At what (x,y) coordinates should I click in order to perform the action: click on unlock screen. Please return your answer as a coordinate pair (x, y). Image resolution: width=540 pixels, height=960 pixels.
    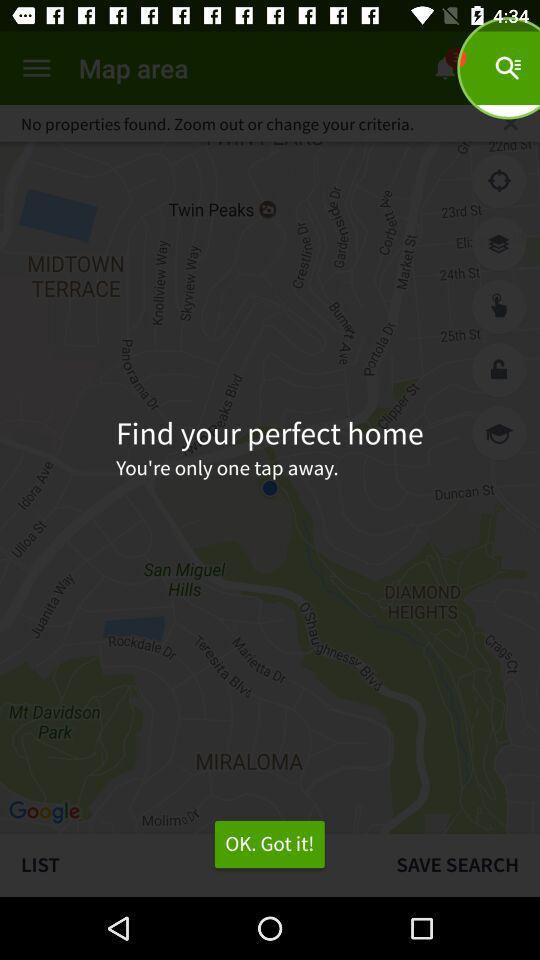
    Looking at the image, I should click on (498, 369).